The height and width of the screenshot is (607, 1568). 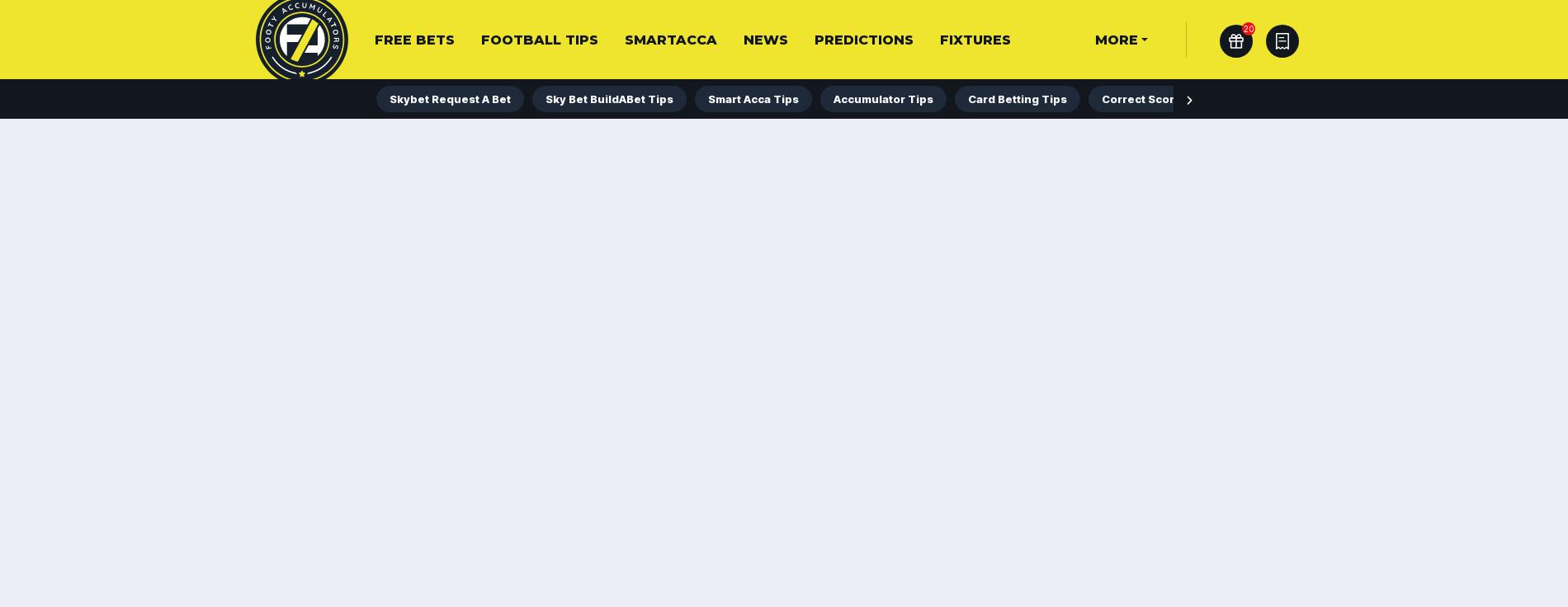 I want to click on 'News', so click(x=764, y=40).